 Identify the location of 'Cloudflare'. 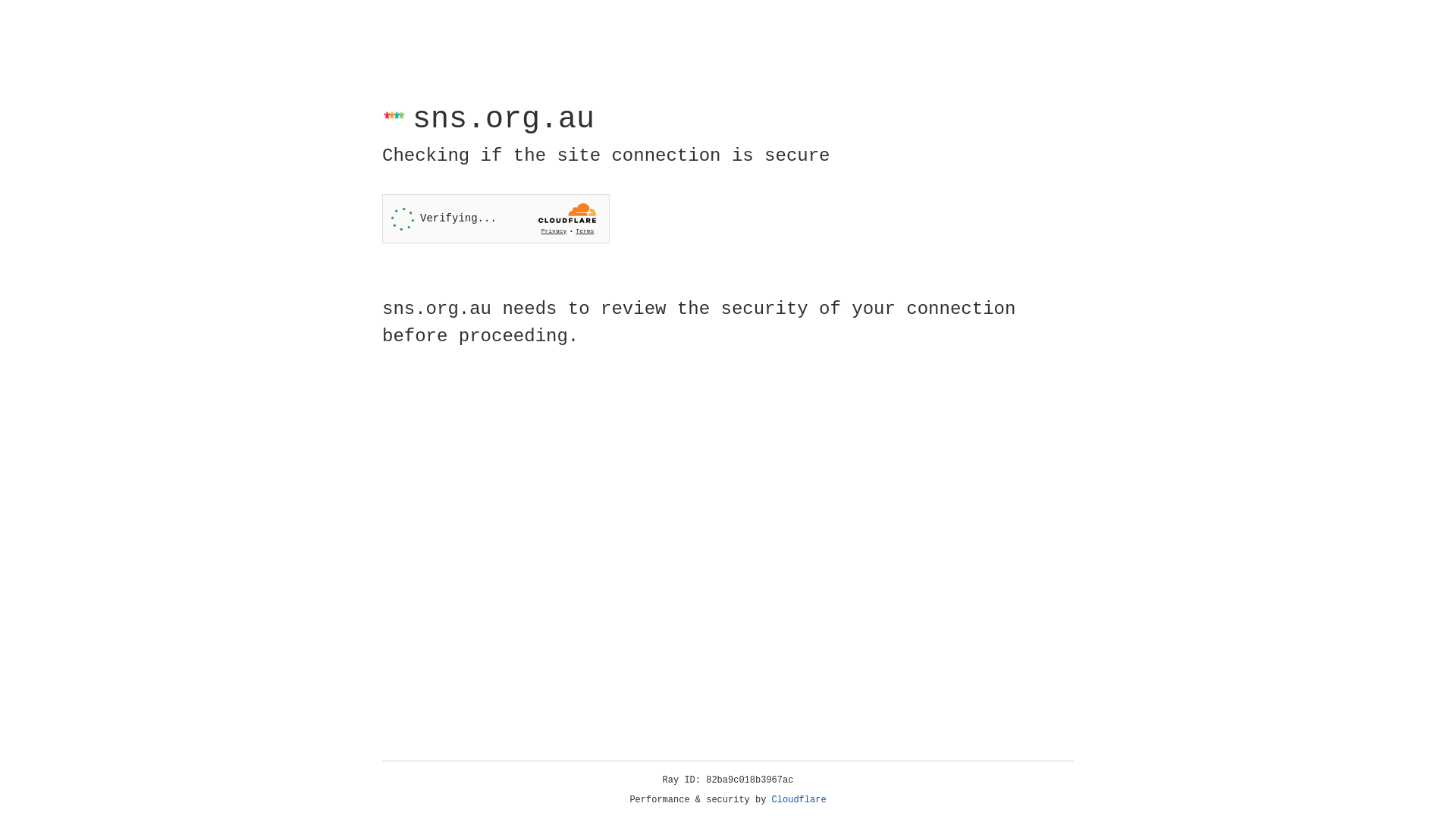
(799, 799).